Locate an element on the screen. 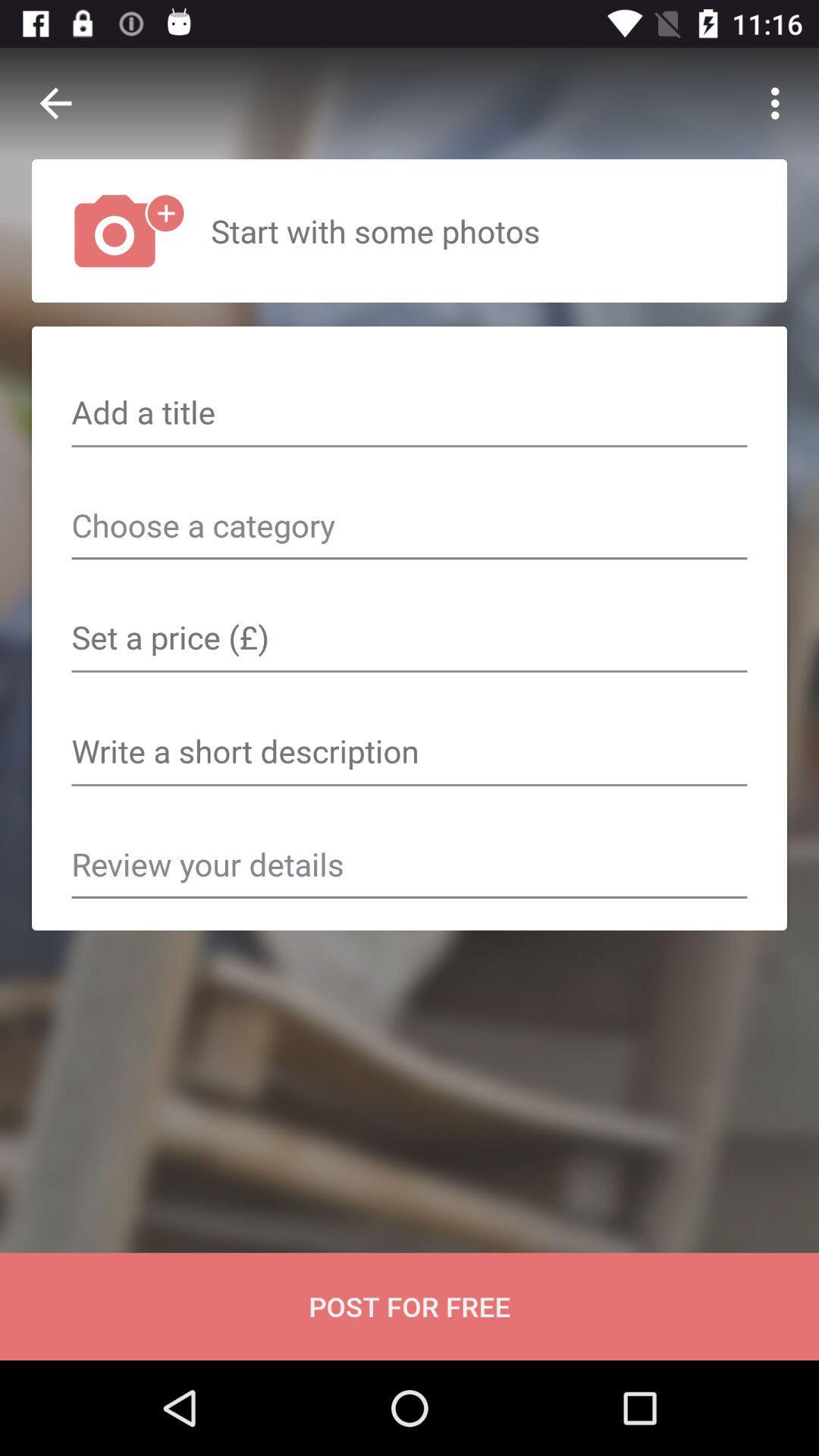 This screenshot has width=819, height=1456. it is camera settings is located at coordinates (409, 639).